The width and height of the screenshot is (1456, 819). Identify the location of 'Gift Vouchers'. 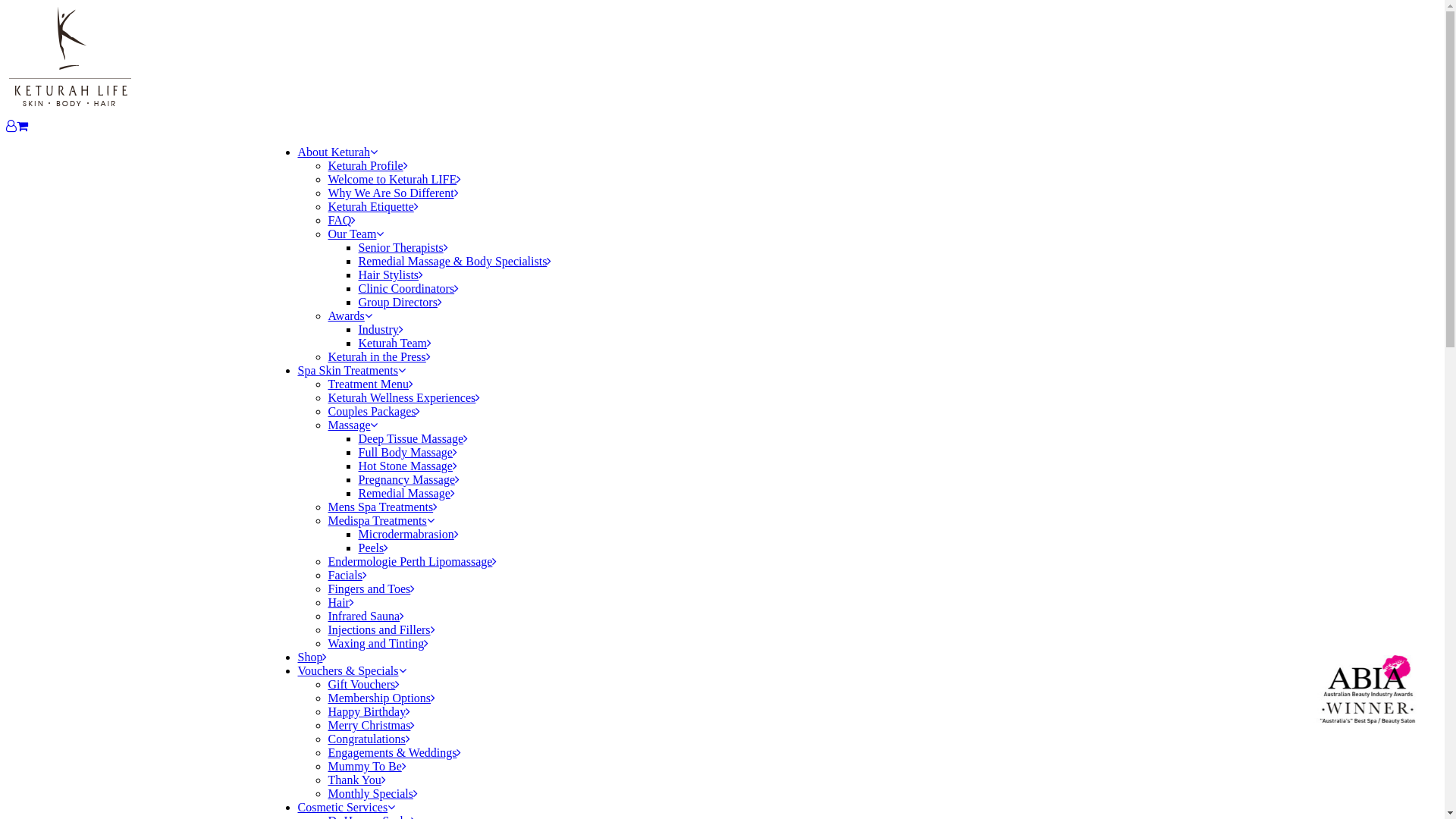
(362, 684).